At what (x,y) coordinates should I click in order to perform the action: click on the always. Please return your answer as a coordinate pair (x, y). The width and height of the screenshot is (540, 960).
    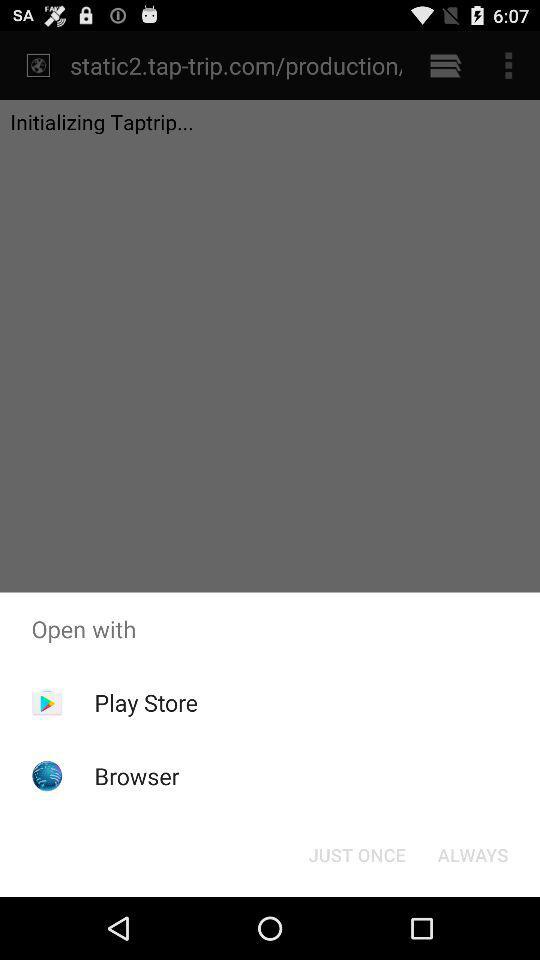
    Looking at the image, I should click on (472, 853).